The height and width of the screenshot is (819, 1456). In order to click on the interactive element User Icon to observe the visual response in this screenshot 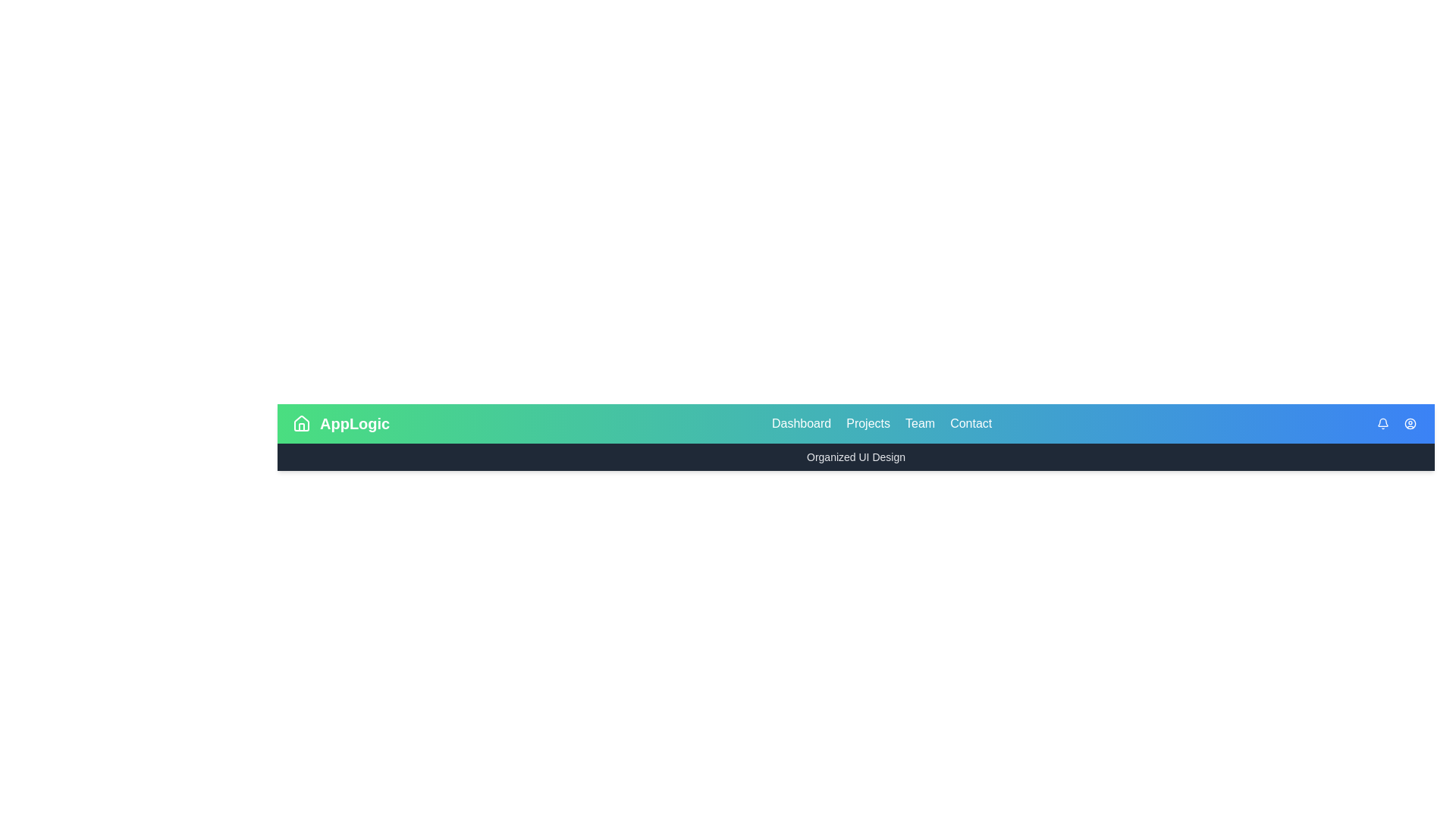, I will do `click(1410, 424)`.